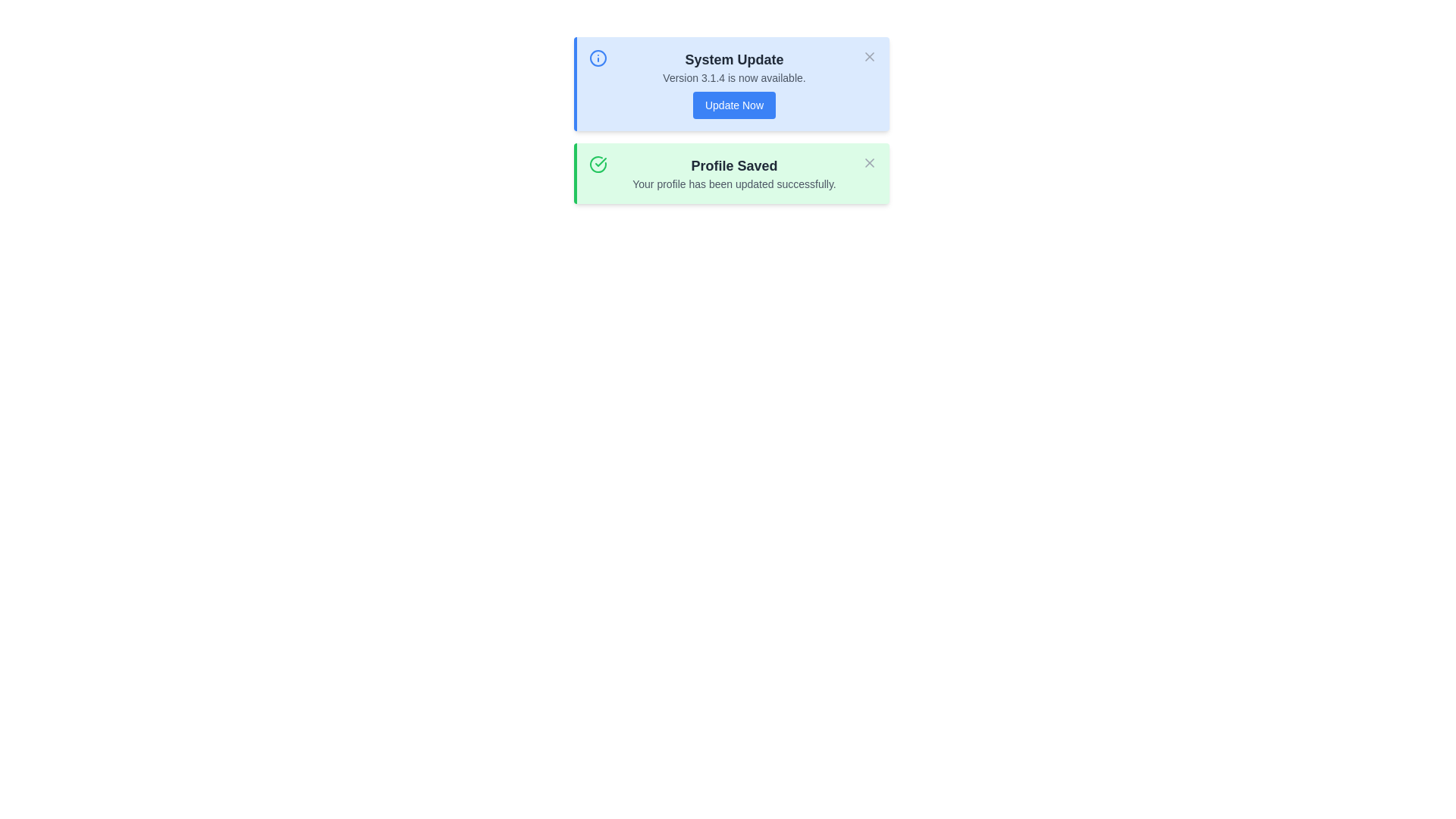 Image resolution: width=1456 pixels, height=819 pixels. Describe the element at coordinates (869, 163) in the screenshot. I see `the close button located at the top-right corner of the 'Profile Saved' notification card to change its appearance` at that location.